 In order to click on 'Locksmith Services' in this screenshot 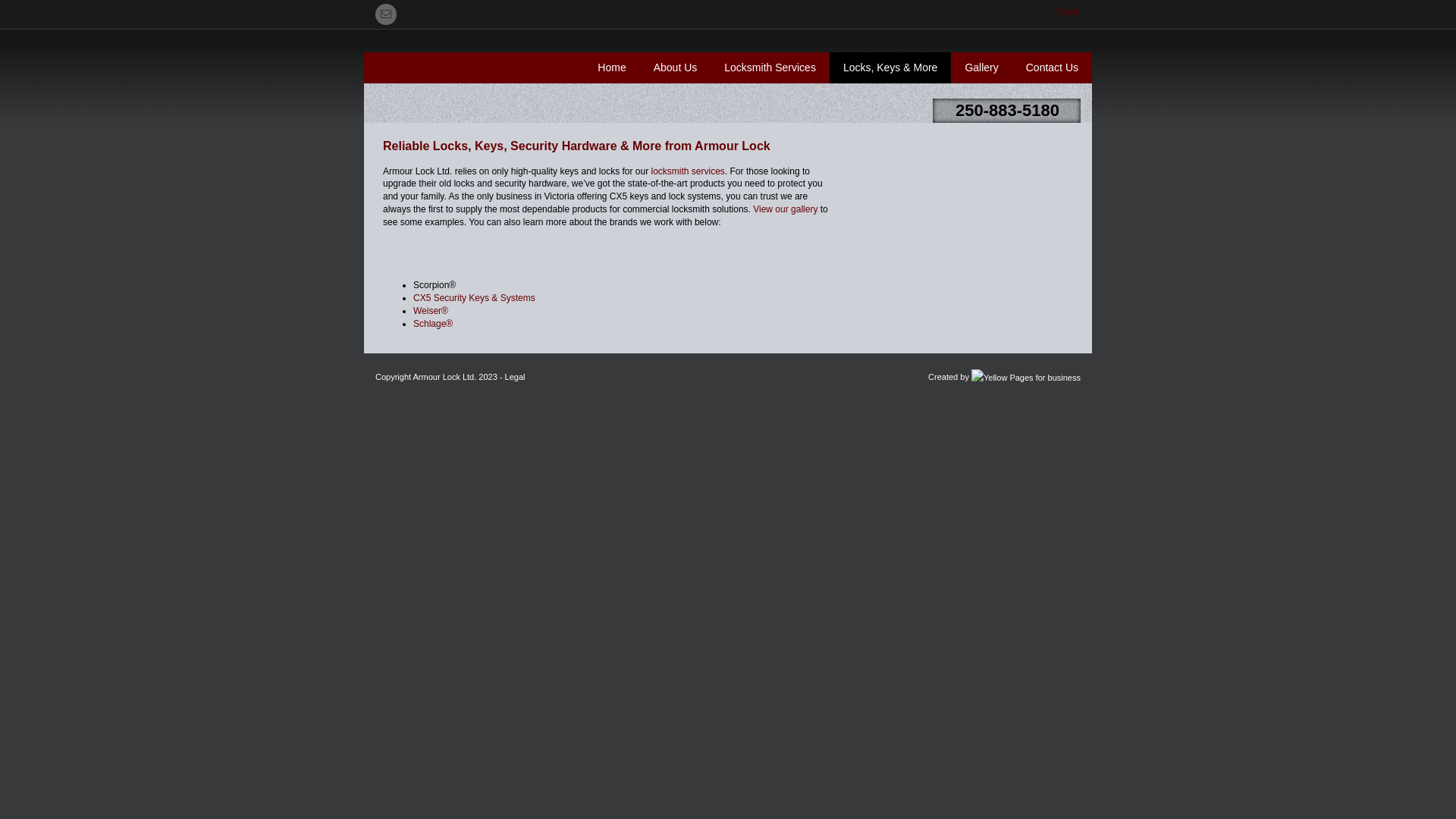, I will do `click(709, 67)`.